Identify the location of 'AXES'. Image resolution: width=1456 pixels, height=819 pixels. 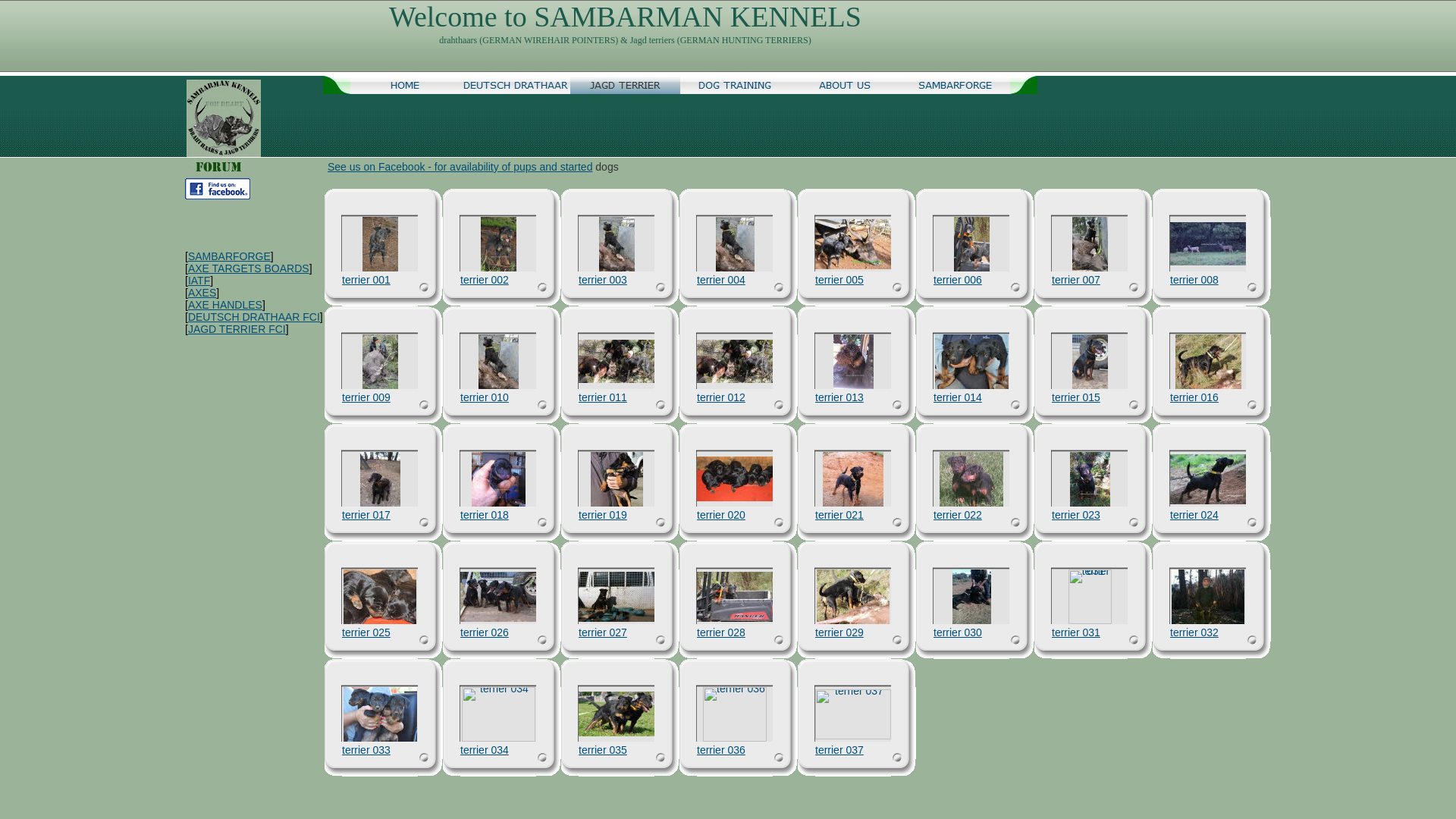
(201, 292).